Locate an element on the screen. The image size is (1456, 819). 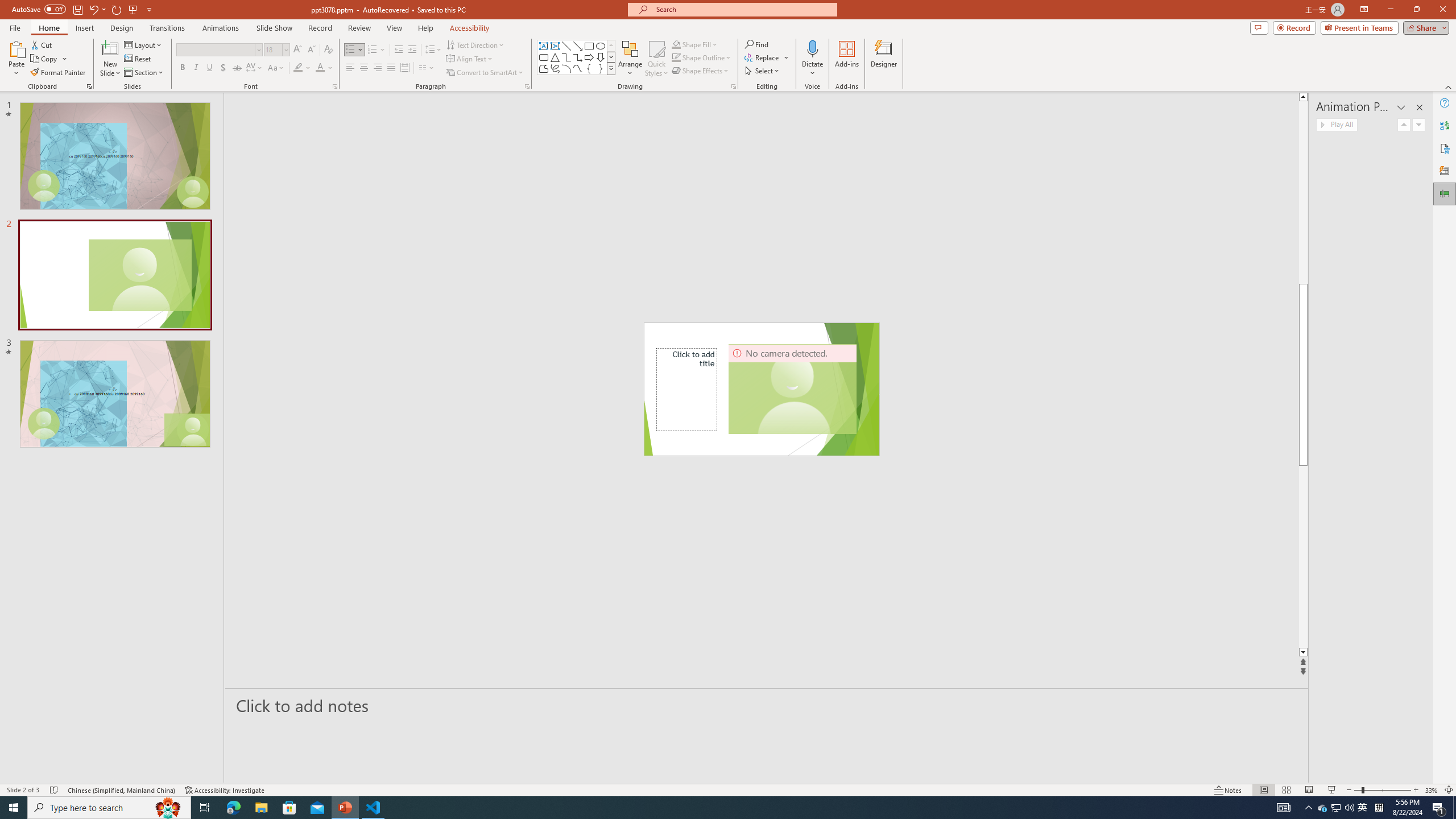
'Dictate' is located at coordinates (812, 48).